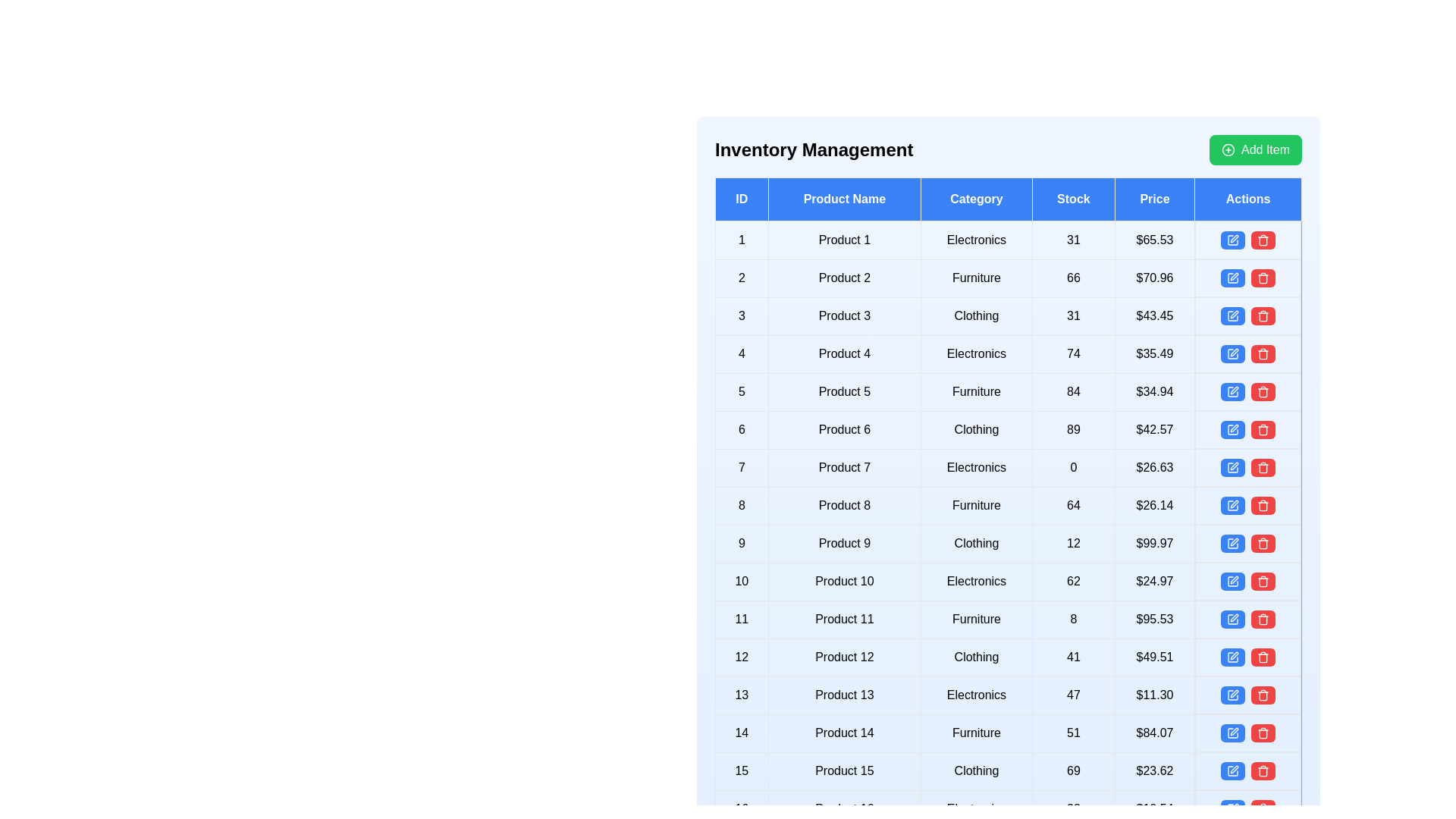  What do you see at coordinates (843, 198) in the screenshot?
I see `the header of the column to sort or filter the table by Product Name` at bounding box center [843, 198].